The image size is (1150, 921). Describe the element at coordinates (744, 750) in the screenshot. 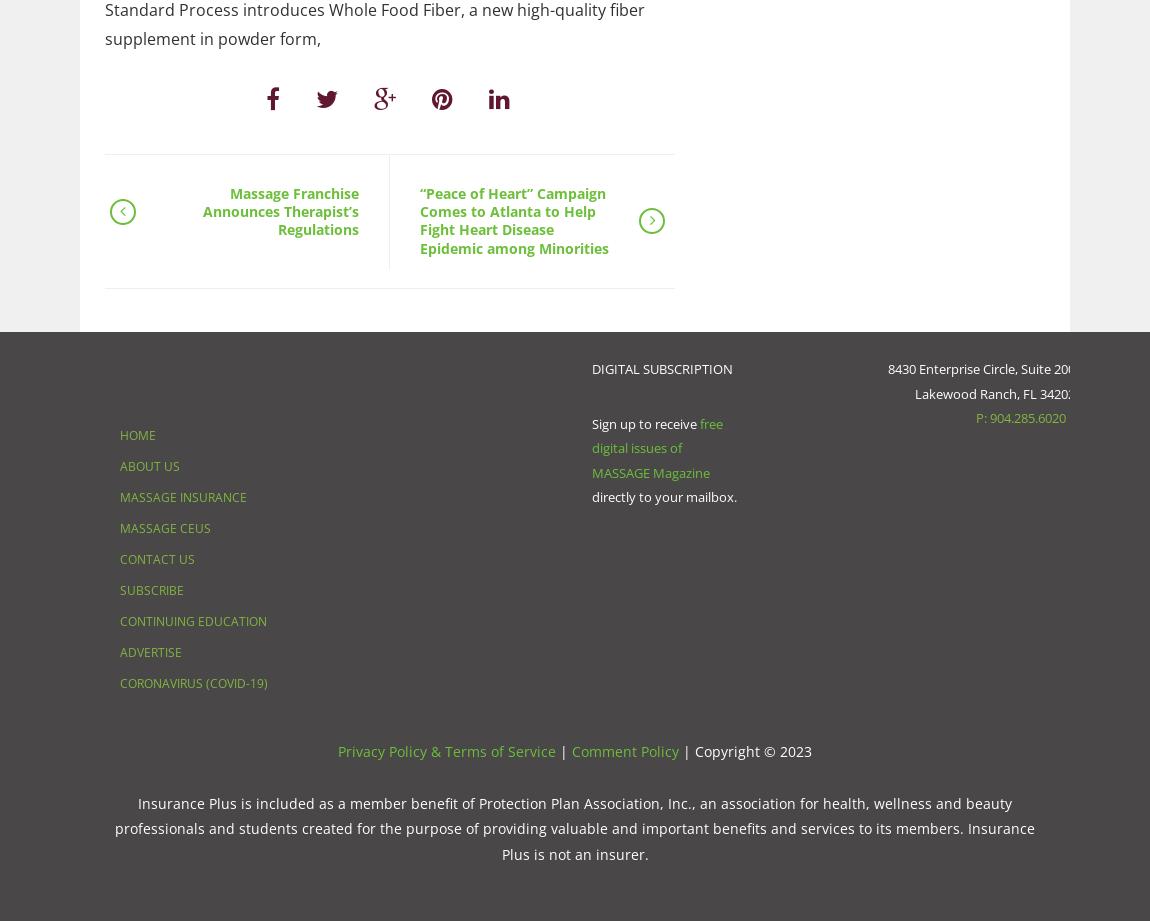

I see `'| Copyright © 2023'` at that location.